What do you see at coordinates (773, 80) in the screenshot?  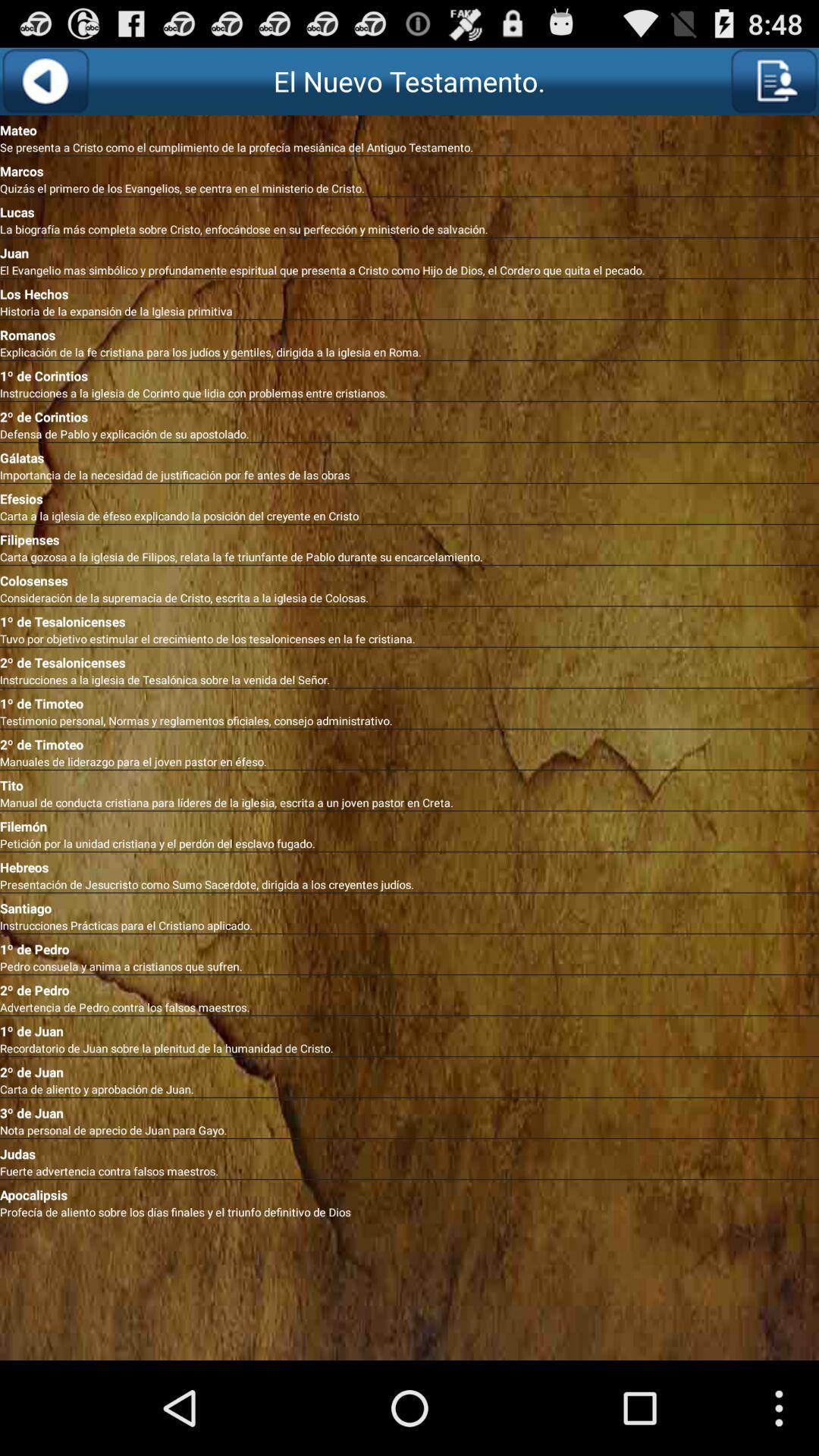 I see `the icon to the right of el nuevo testamento. app` at bounding box center [773, 80].